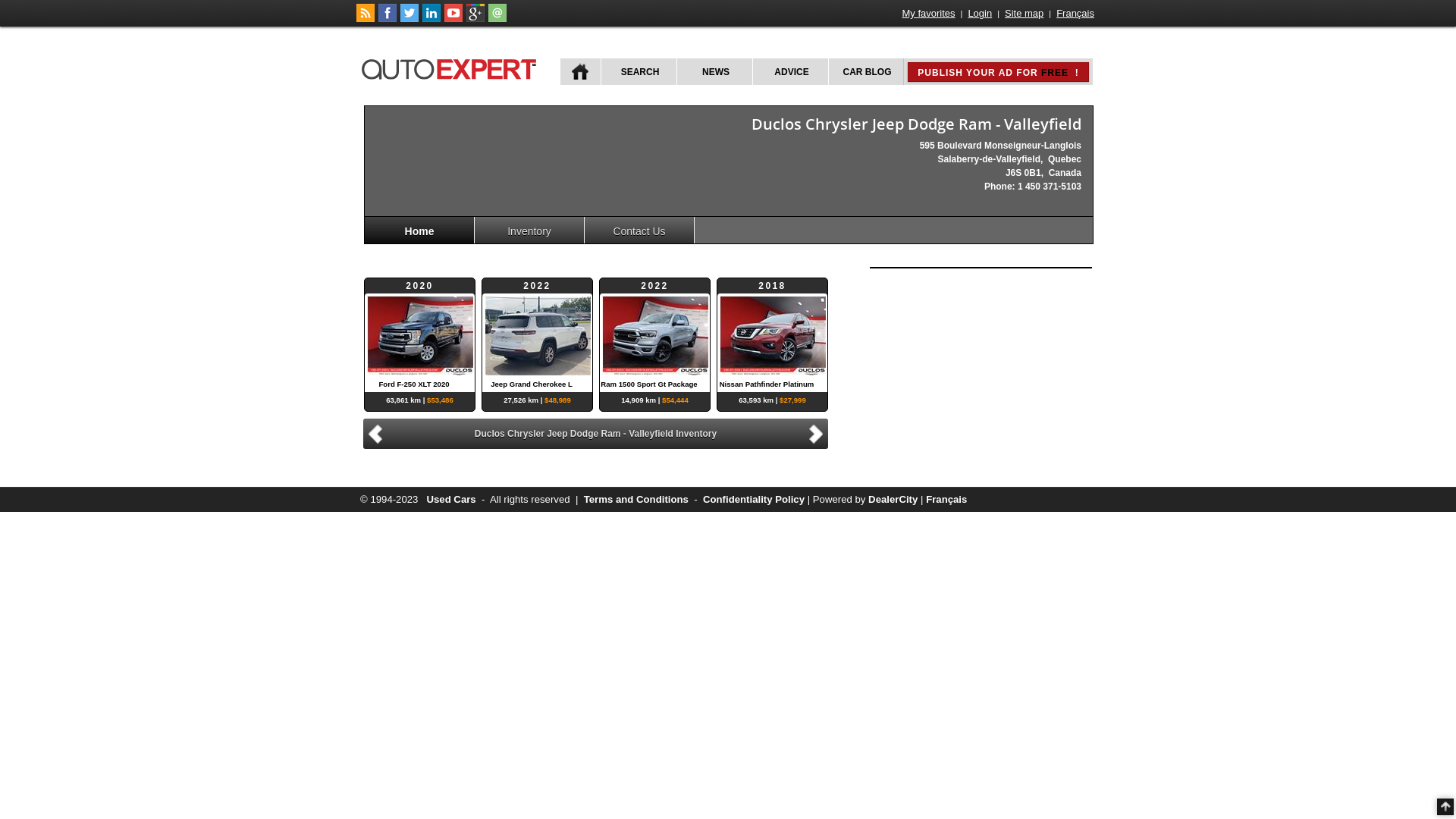 The image size is (1456, 819). I want to click on 'PUBLISH YOUR AD FOR FREE  !', so click(916, 72).